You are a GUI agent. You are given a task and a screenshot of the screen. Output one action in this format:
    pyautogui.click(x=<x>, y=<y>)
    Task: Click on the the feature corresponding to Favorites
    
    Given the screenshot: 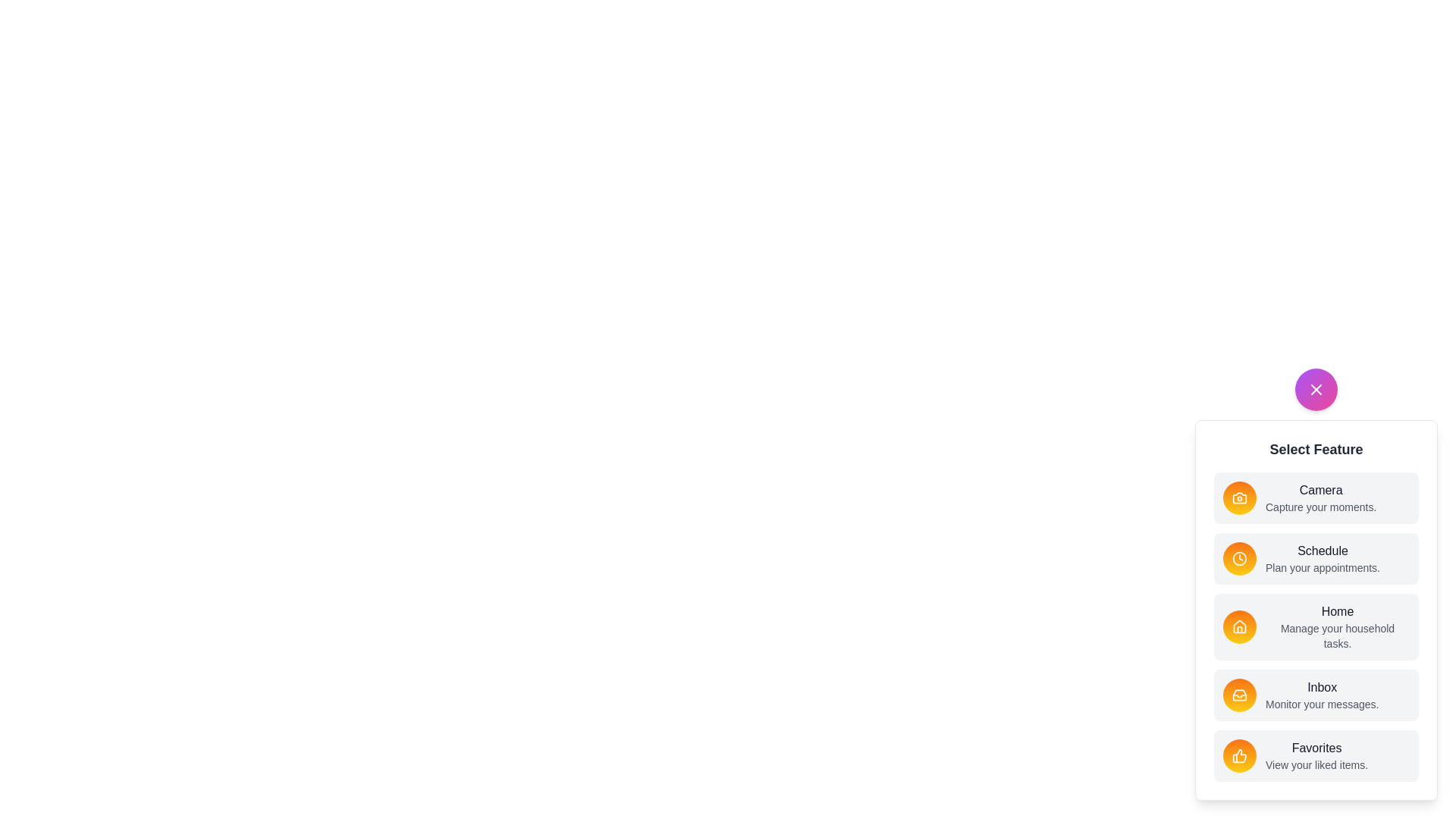 What is the action you would take?
    pyautogui.click(x=1240, y=755)
    